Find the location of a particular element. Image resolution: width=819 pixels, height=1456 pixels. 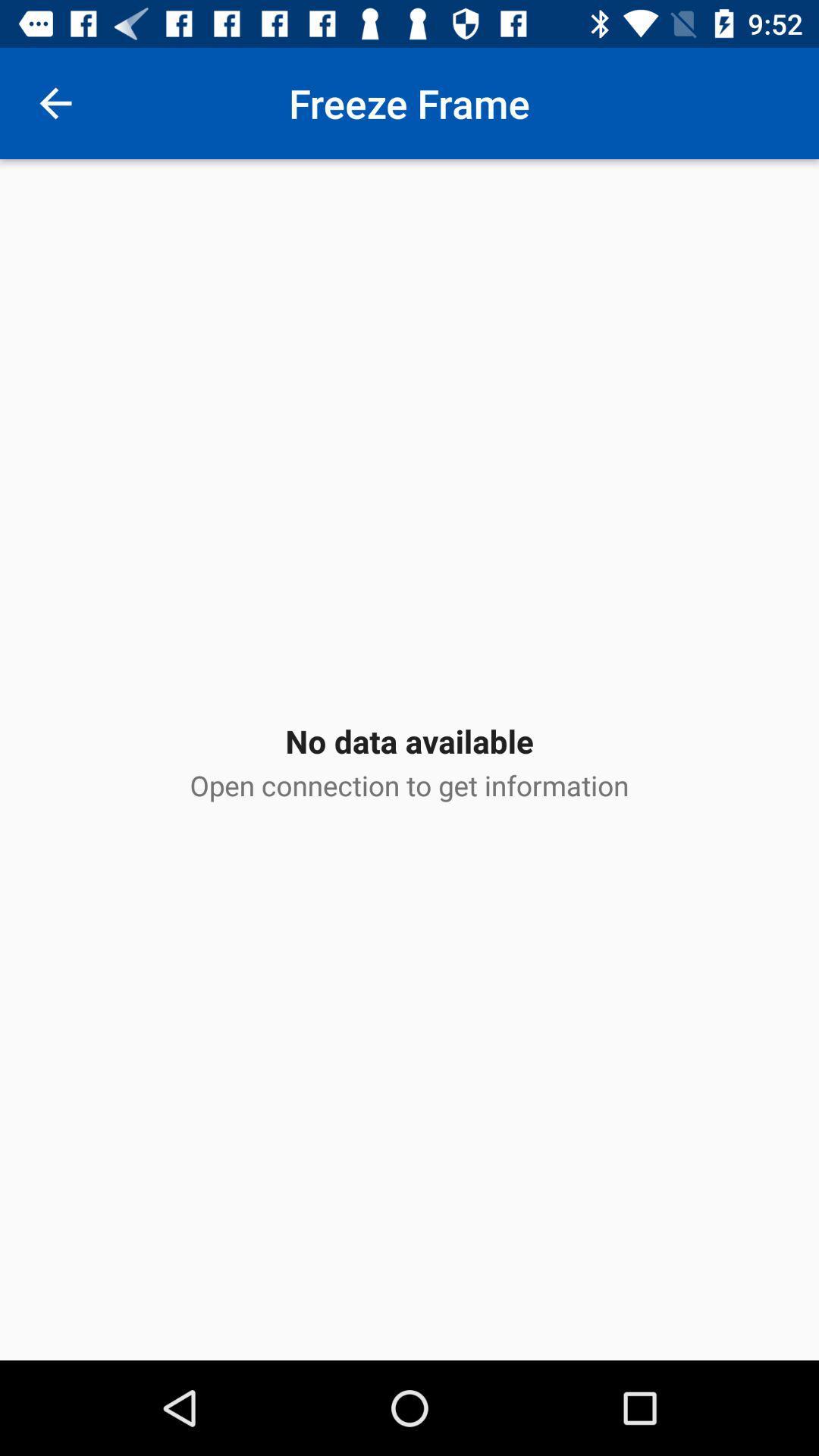

the icon next to freeze frame icon is located at coordinates (55, 102).